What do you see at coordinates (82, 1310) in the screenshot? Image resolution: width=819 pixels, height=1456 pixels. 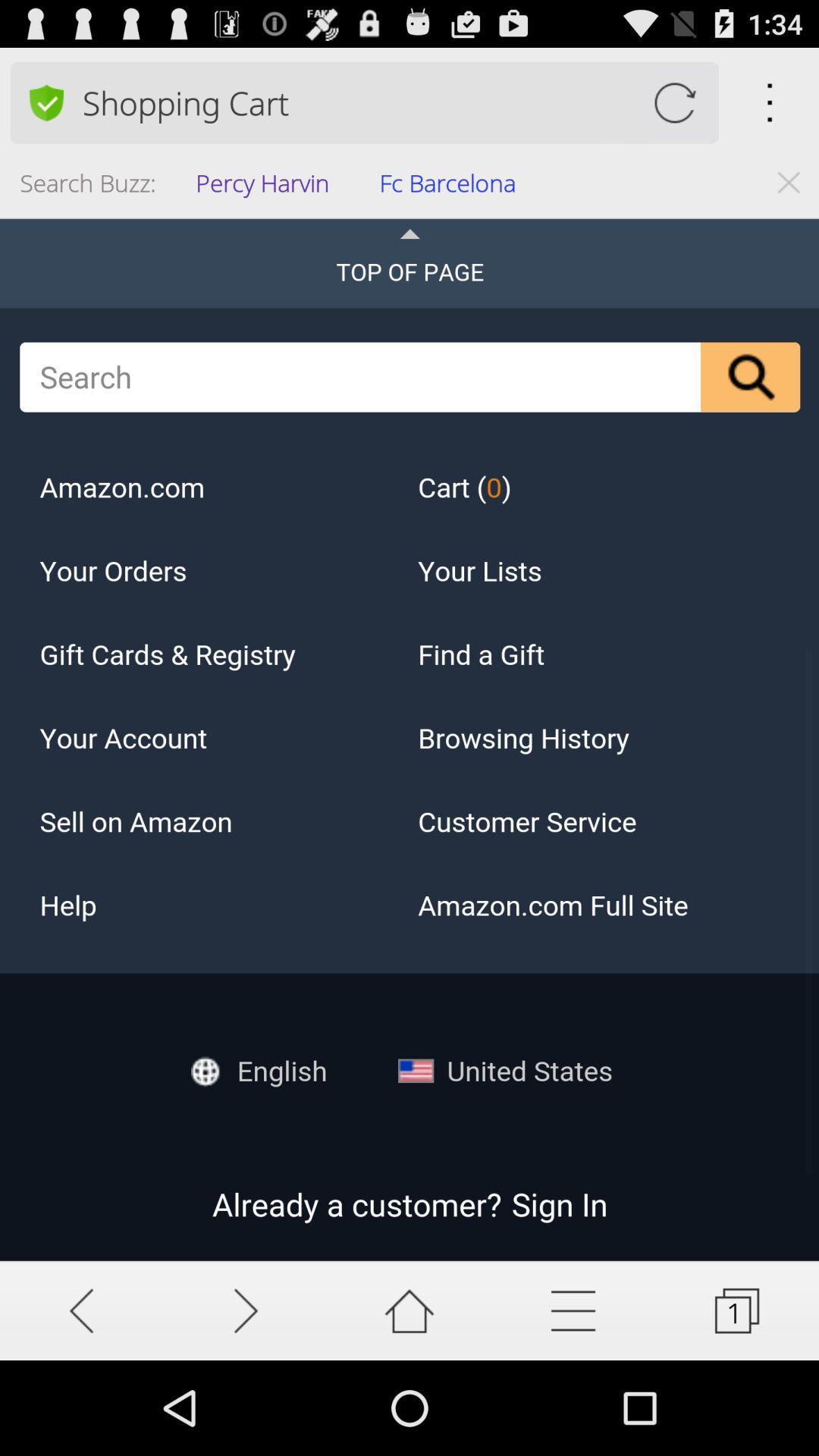 I see `go back` at bounding box center [82, 1310].